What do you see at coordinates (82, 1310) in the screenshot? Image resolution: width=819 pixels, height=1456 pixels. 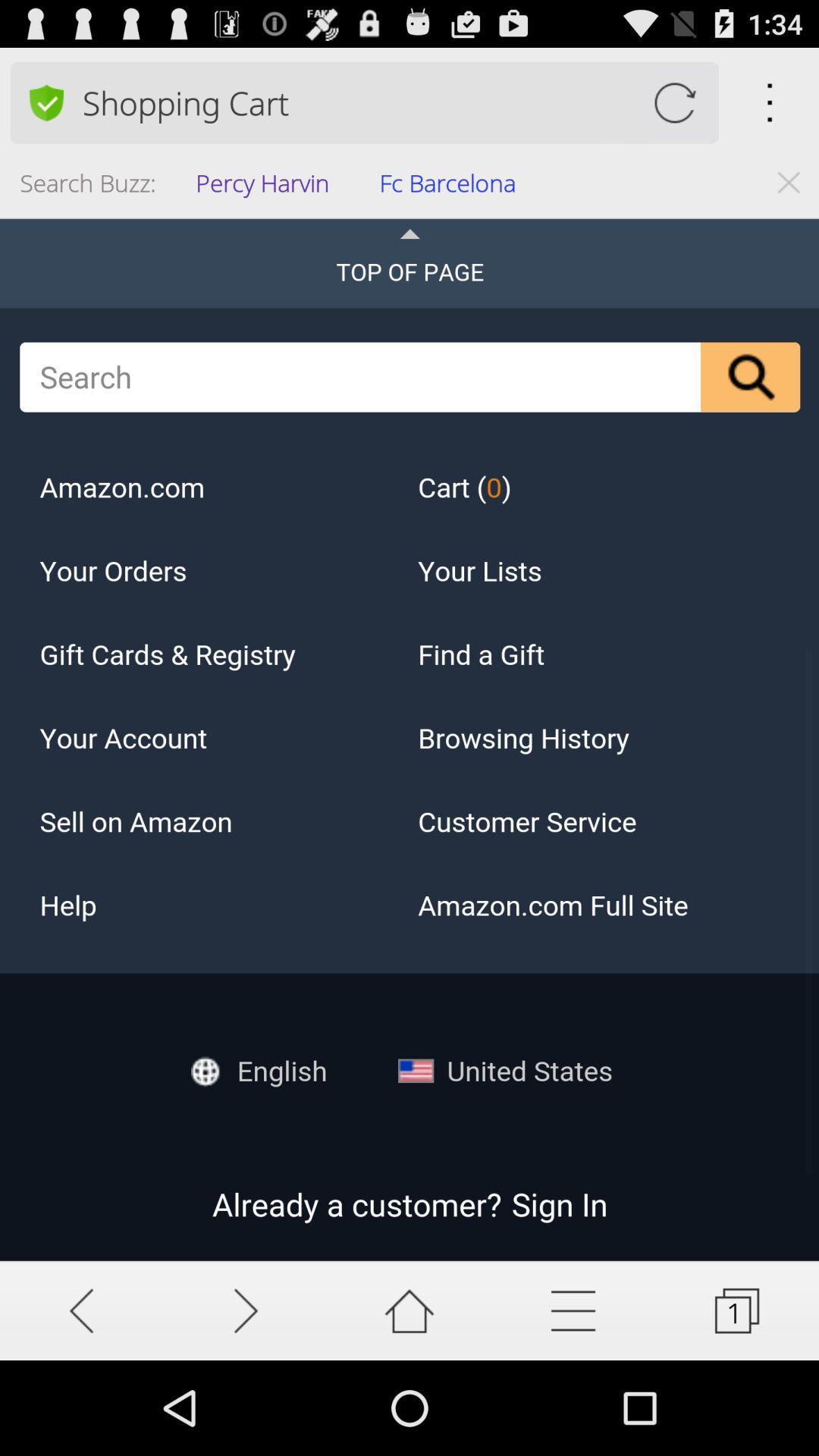 I see `go back` at bounding box center [82, 1310].